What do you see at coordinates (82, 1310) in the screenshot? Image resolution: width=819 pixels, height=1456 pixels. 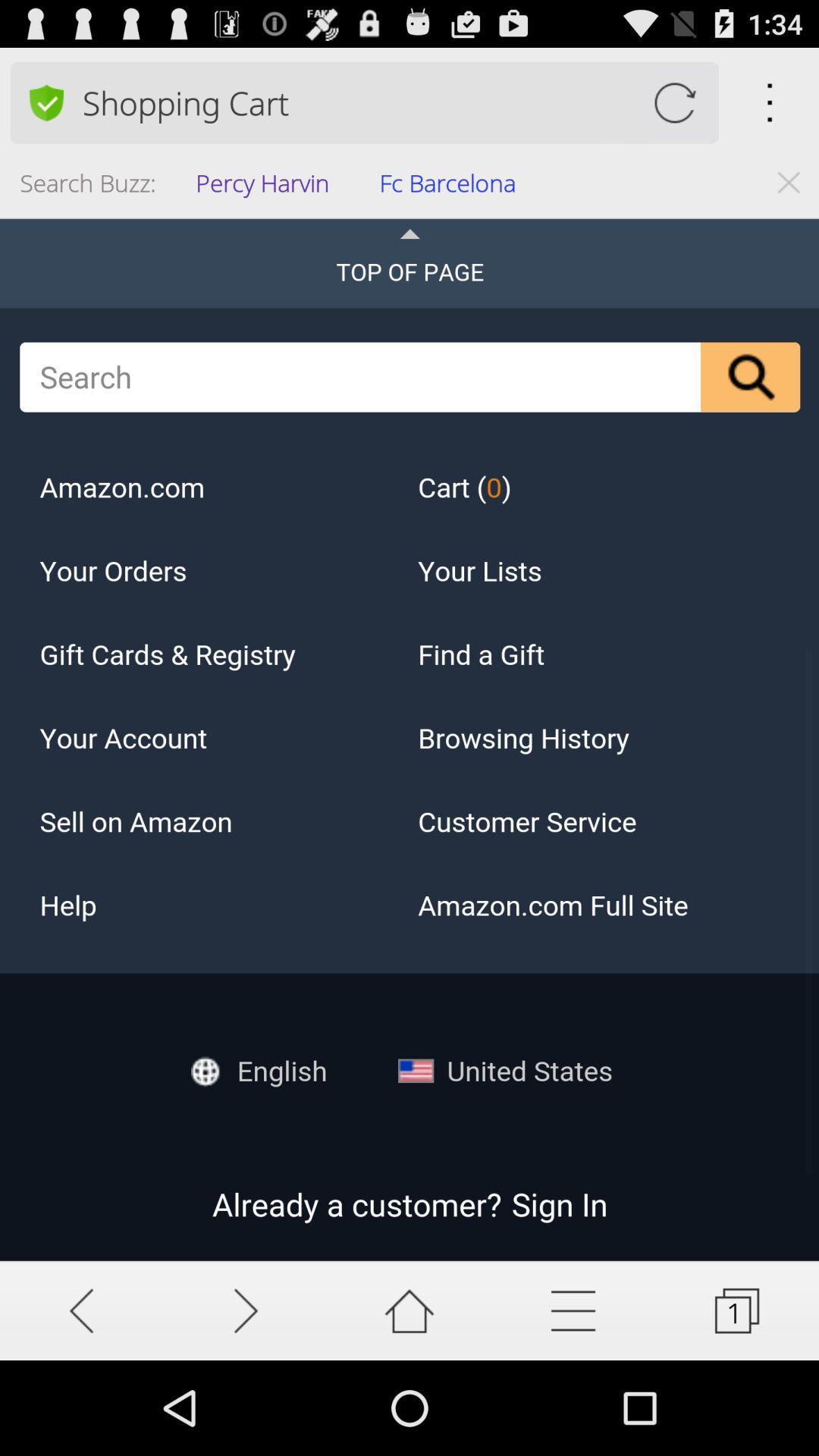 I see `go back` at bounding box center [82, 1310].